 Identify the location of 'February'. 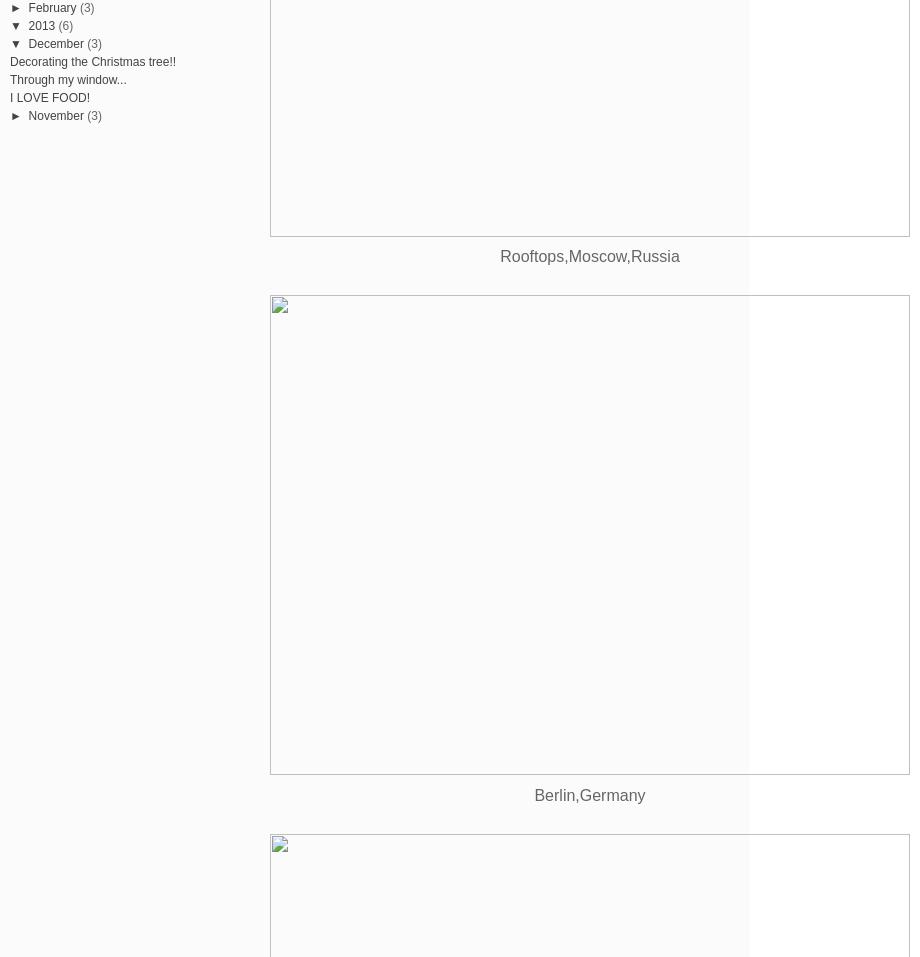
(51, 5).